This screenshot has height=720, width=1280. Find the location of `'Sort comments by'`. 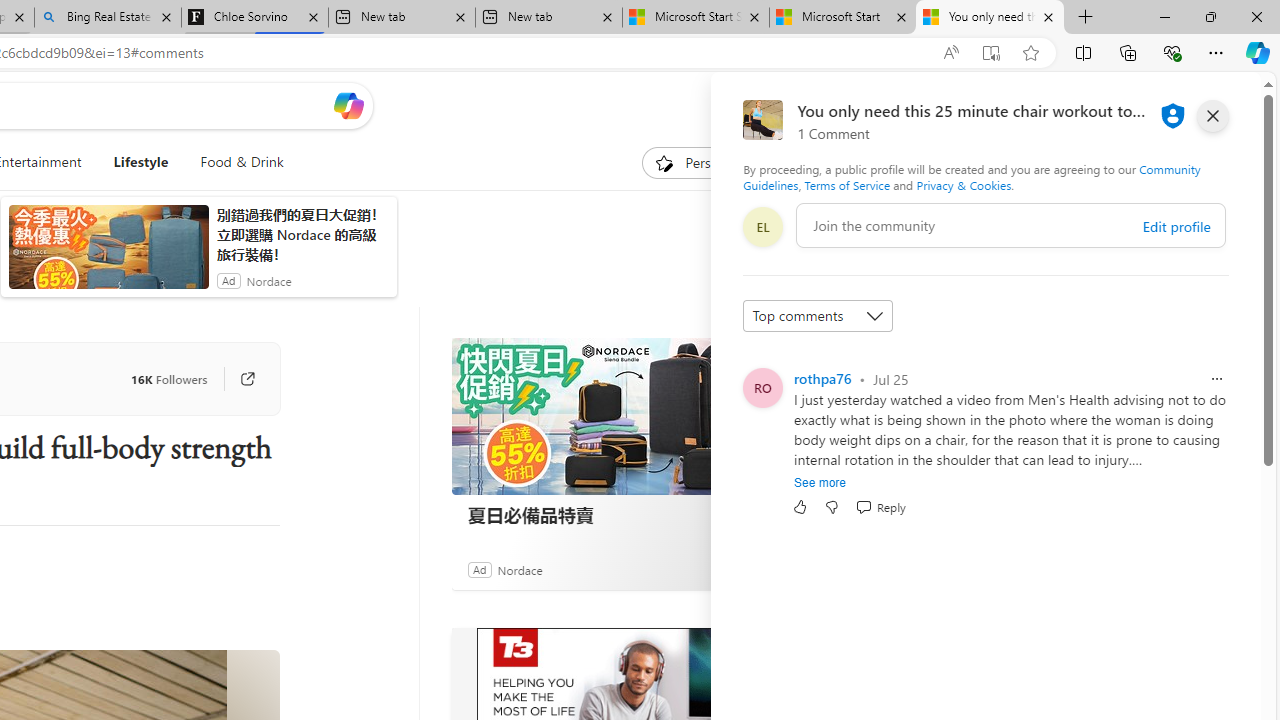

'Sort comments by' is located at coordinates (817, 315).